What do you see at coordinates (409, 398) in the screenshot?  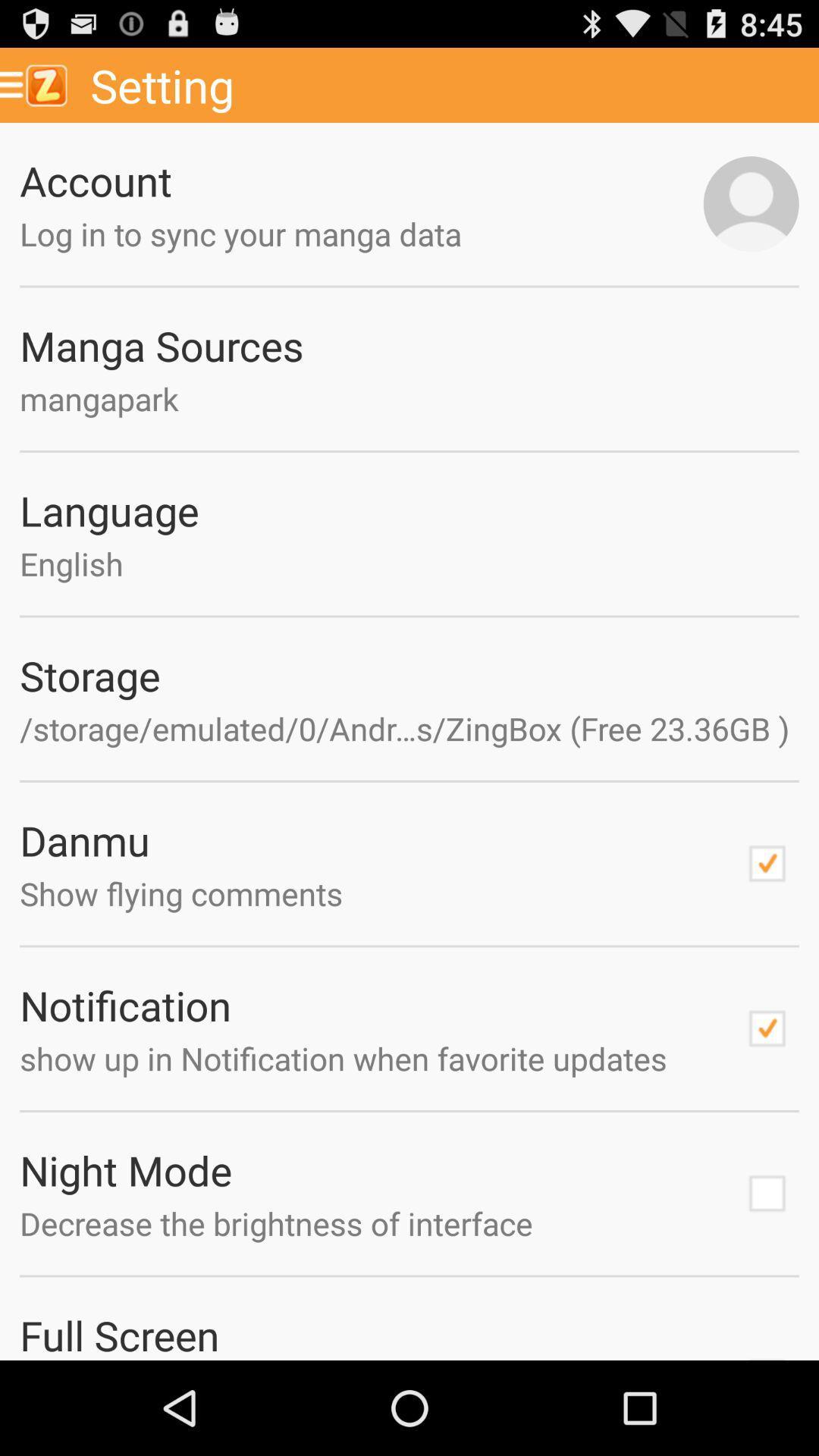 I see `the icon below manga sources app` at bounding box center [409, 398].